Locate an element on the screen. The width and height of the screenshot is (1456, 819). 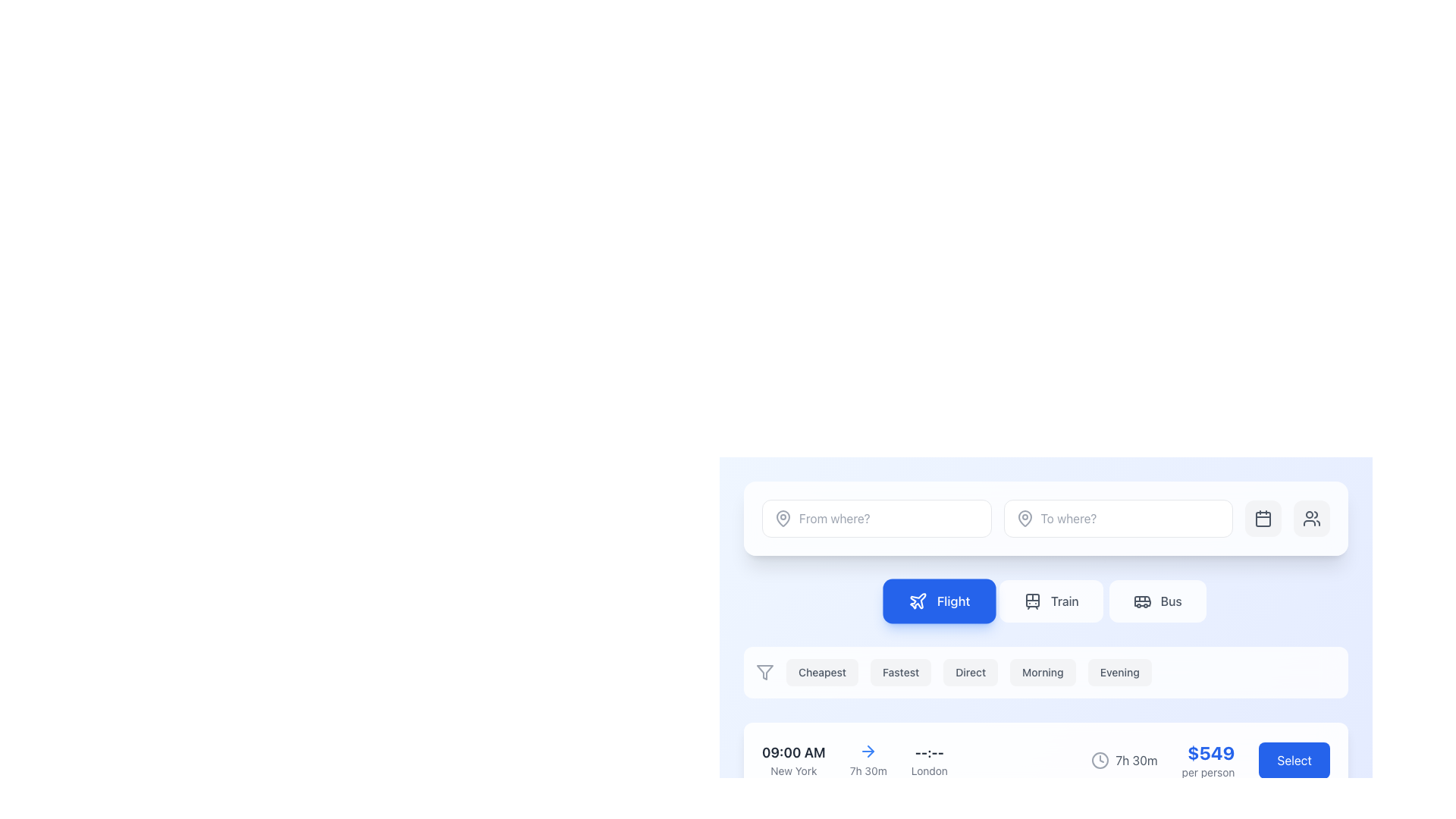
the rounded rectangular button with a user group SVG icon in the top-right section to change its background color is located at coordinates (1310, 517).